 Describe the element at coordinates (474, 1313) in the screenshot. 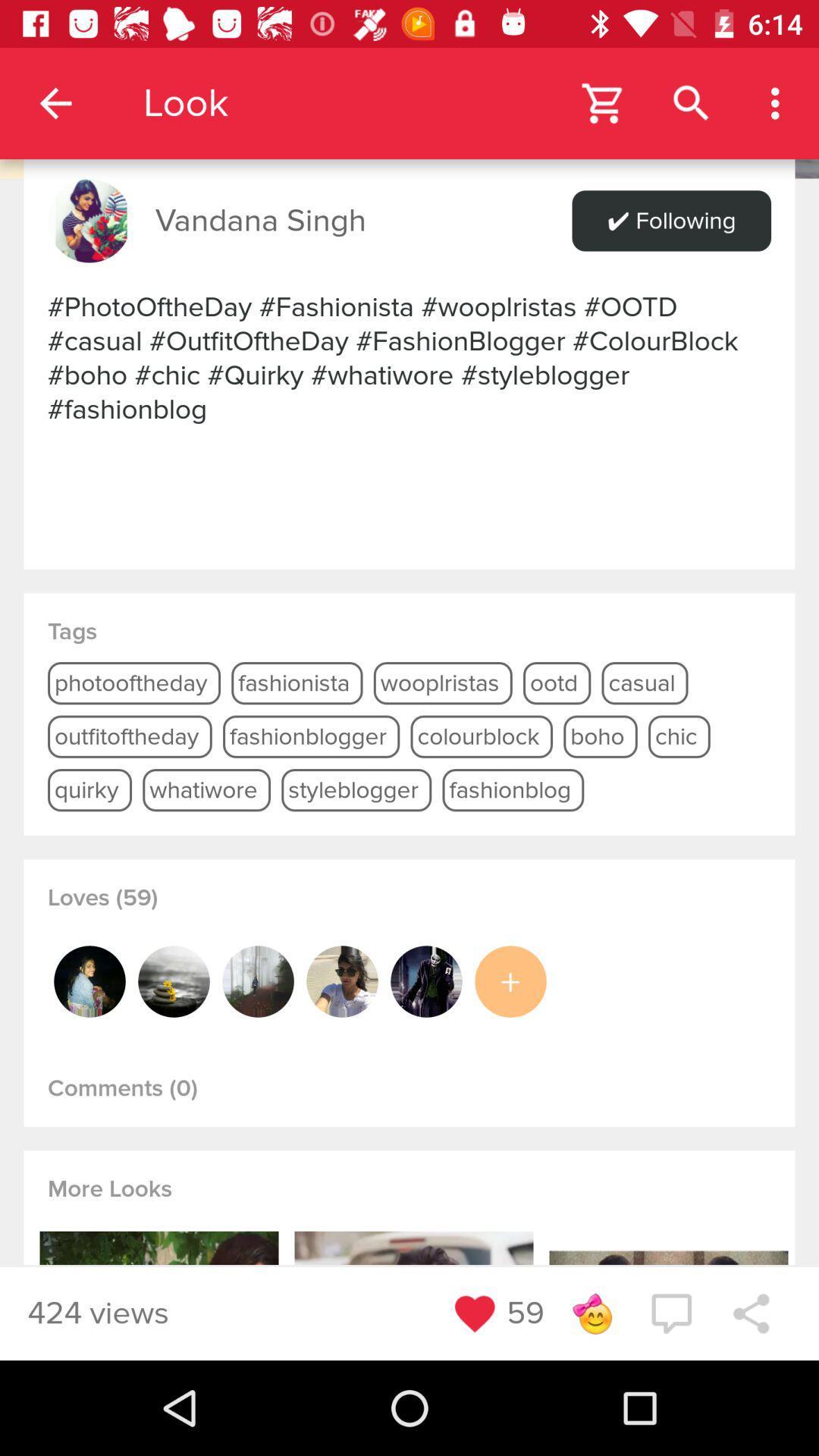

I see `the favorite icon` at that location.